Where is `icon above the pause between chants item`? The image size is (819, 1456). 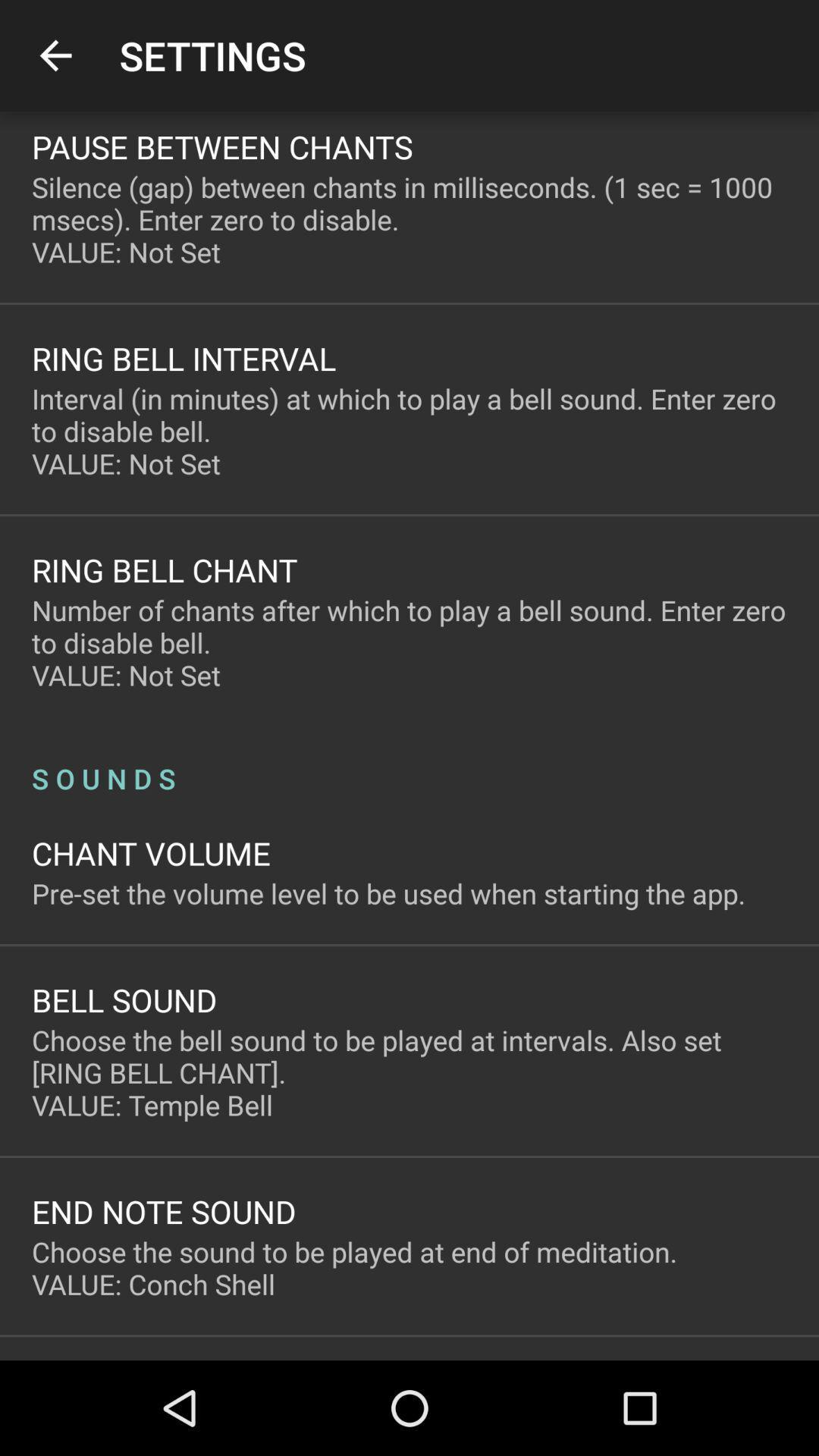
icon above the pause between chants item is located at coordinates (55, 55).